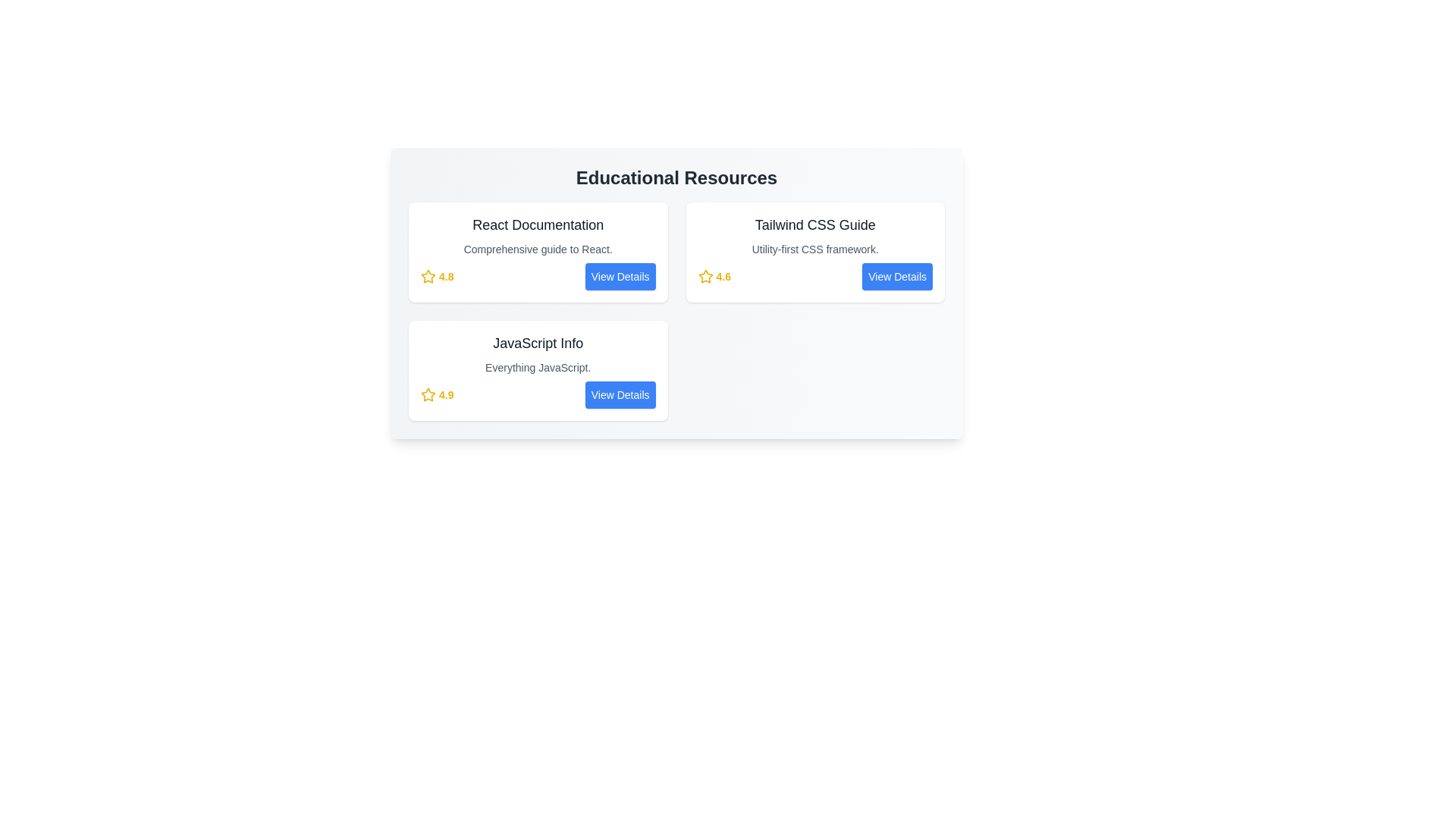 This screenshot has height=819, width=1456. Describe the element at coordinates (538, 343) in the screenshot. I see `the title of the resource JavaScript Info` at that location.